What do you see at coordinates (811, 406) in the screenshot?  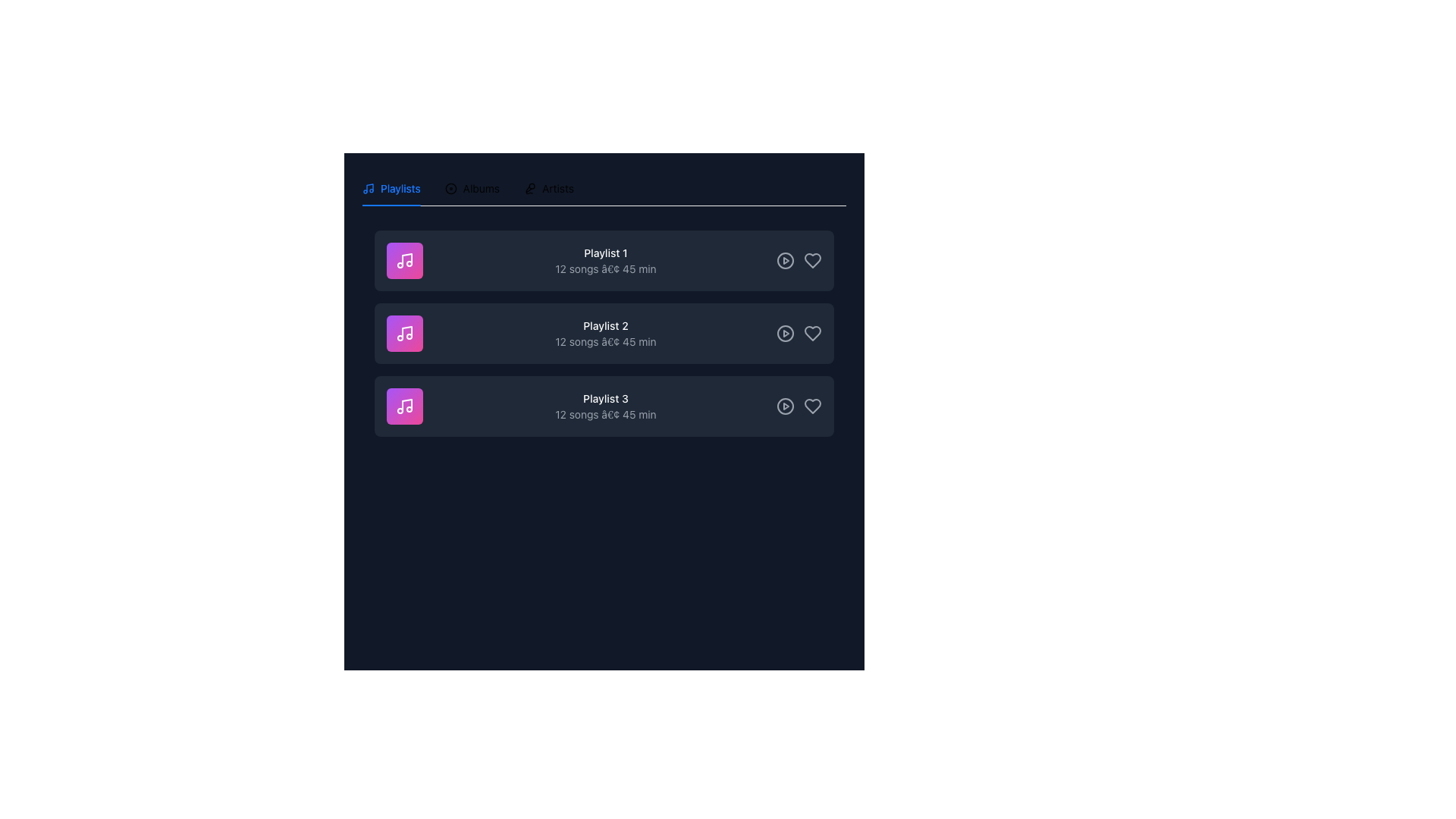 I see `the heart-shaped icon button on the far right side of the third playlist item` at bounding box center [811, 406].